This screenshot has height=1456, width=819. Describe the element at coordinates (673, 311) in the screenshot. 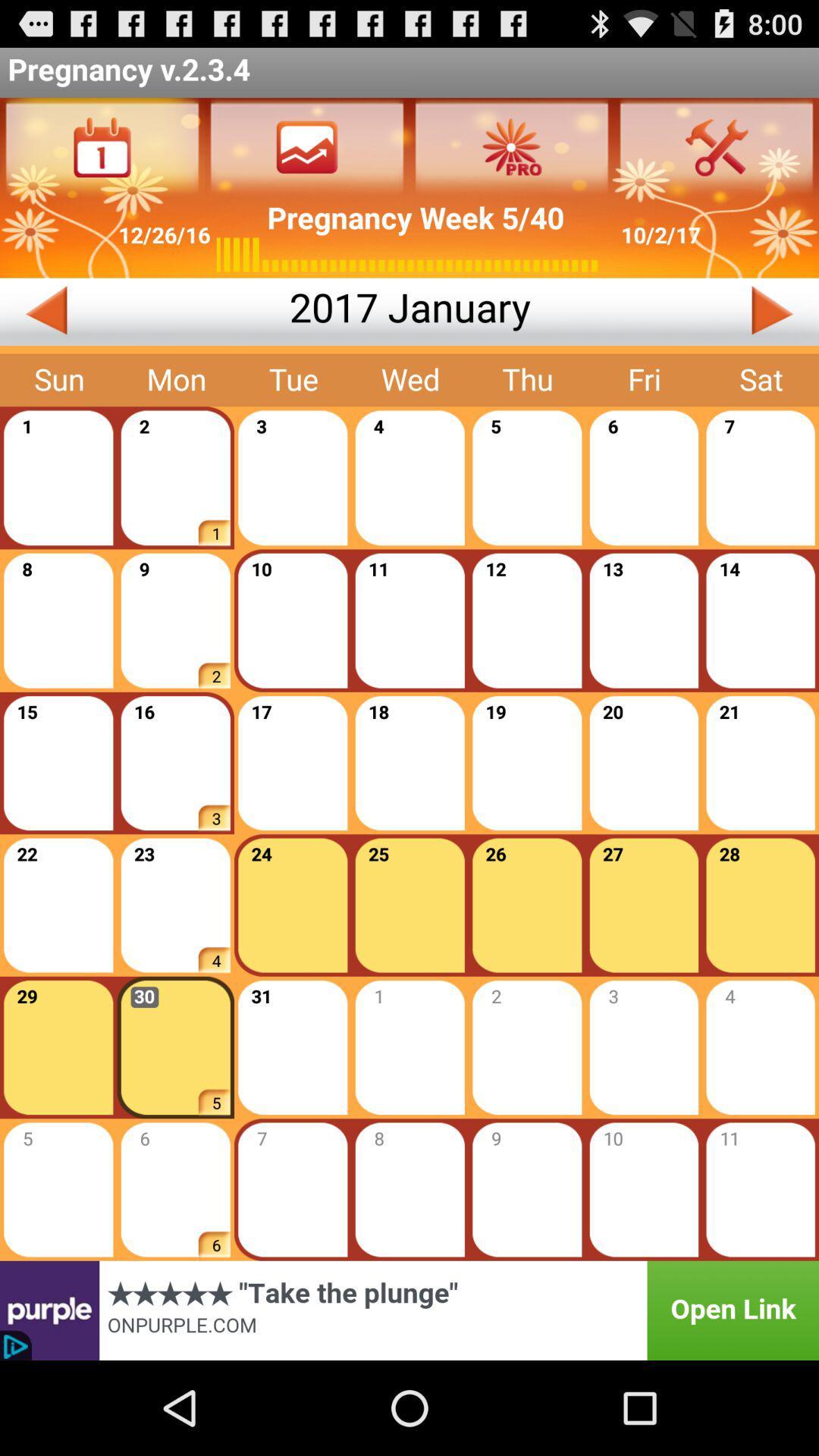

I see `next month` at that location.